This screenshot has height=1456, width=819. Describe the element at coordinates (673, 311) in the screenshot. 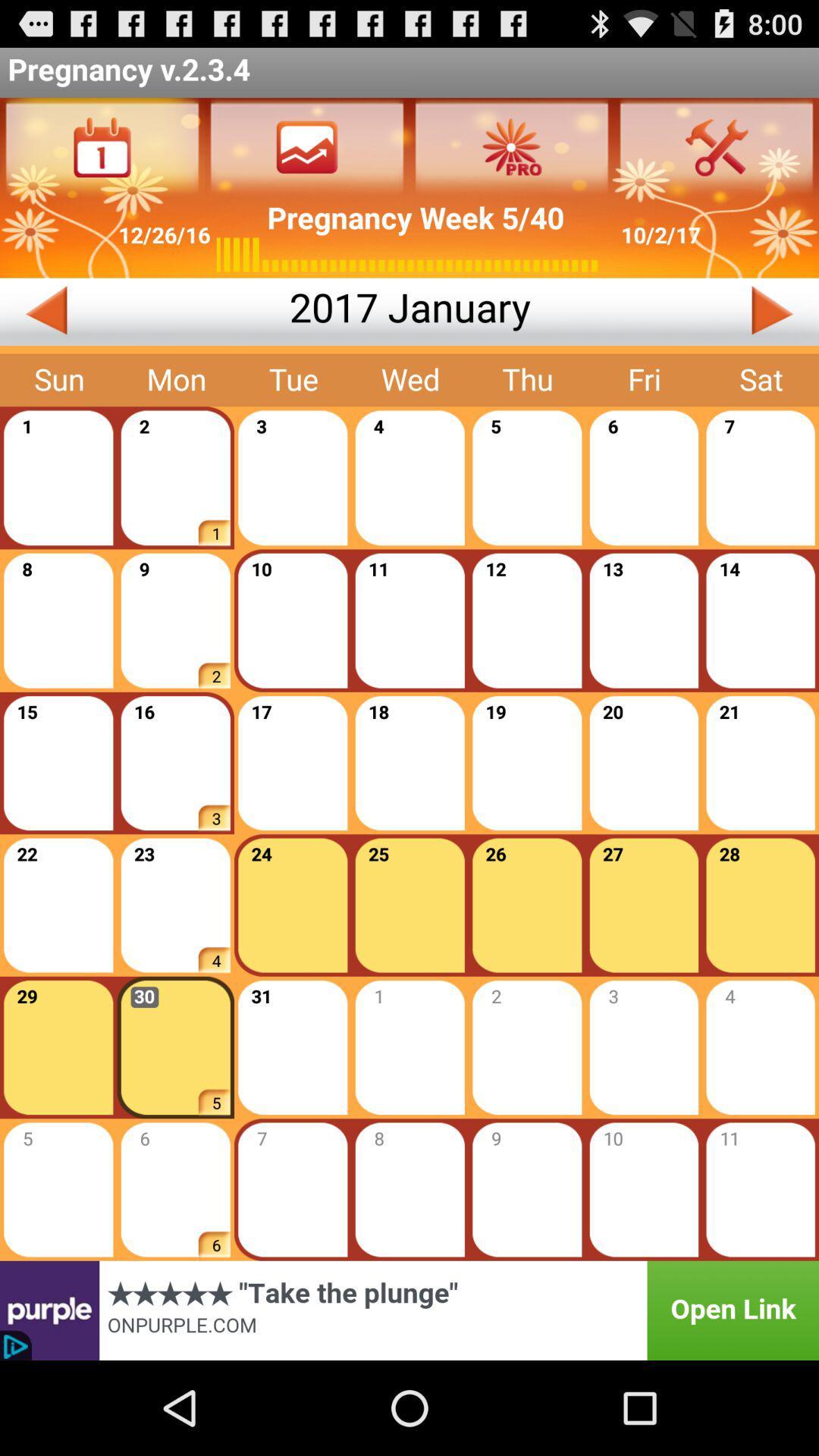

I see `next month` at that location.